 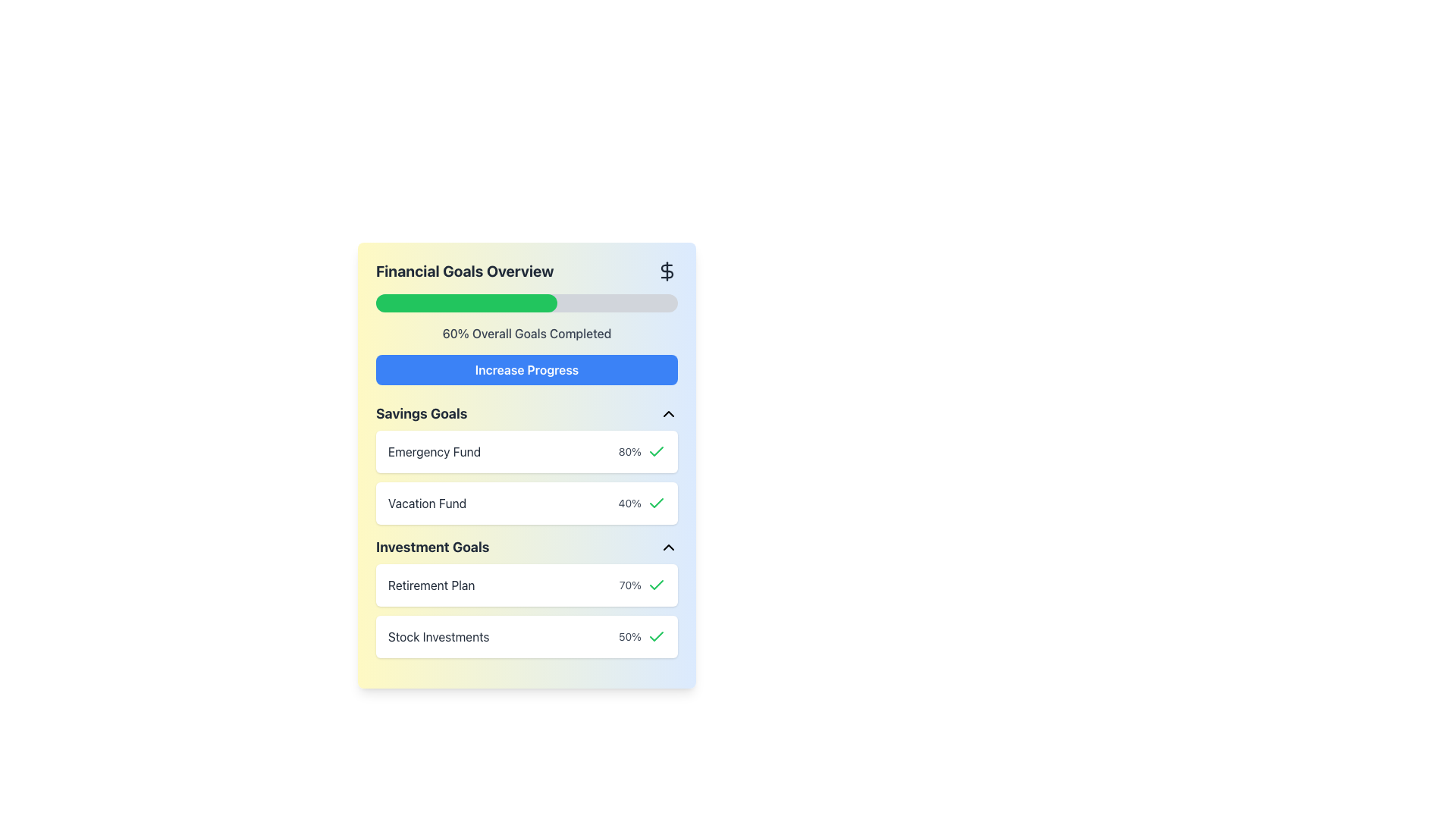 I want to click on the upward-pointing chevron icon located at the top-right of the 'Savings Goals' header section, so click(x=668, y=414).